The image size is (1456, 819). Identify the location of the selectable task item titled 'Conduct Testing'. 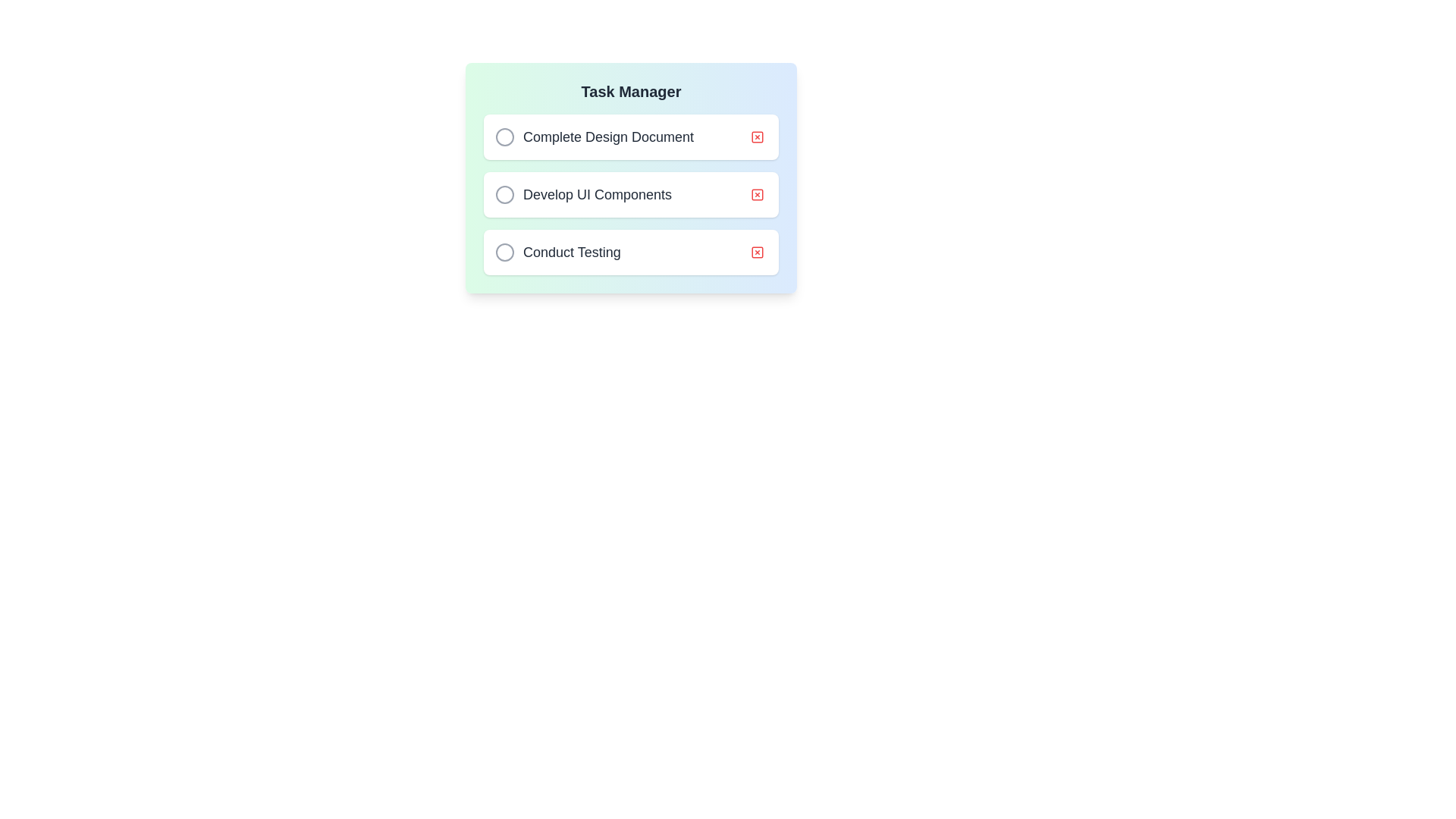
(557, 251).